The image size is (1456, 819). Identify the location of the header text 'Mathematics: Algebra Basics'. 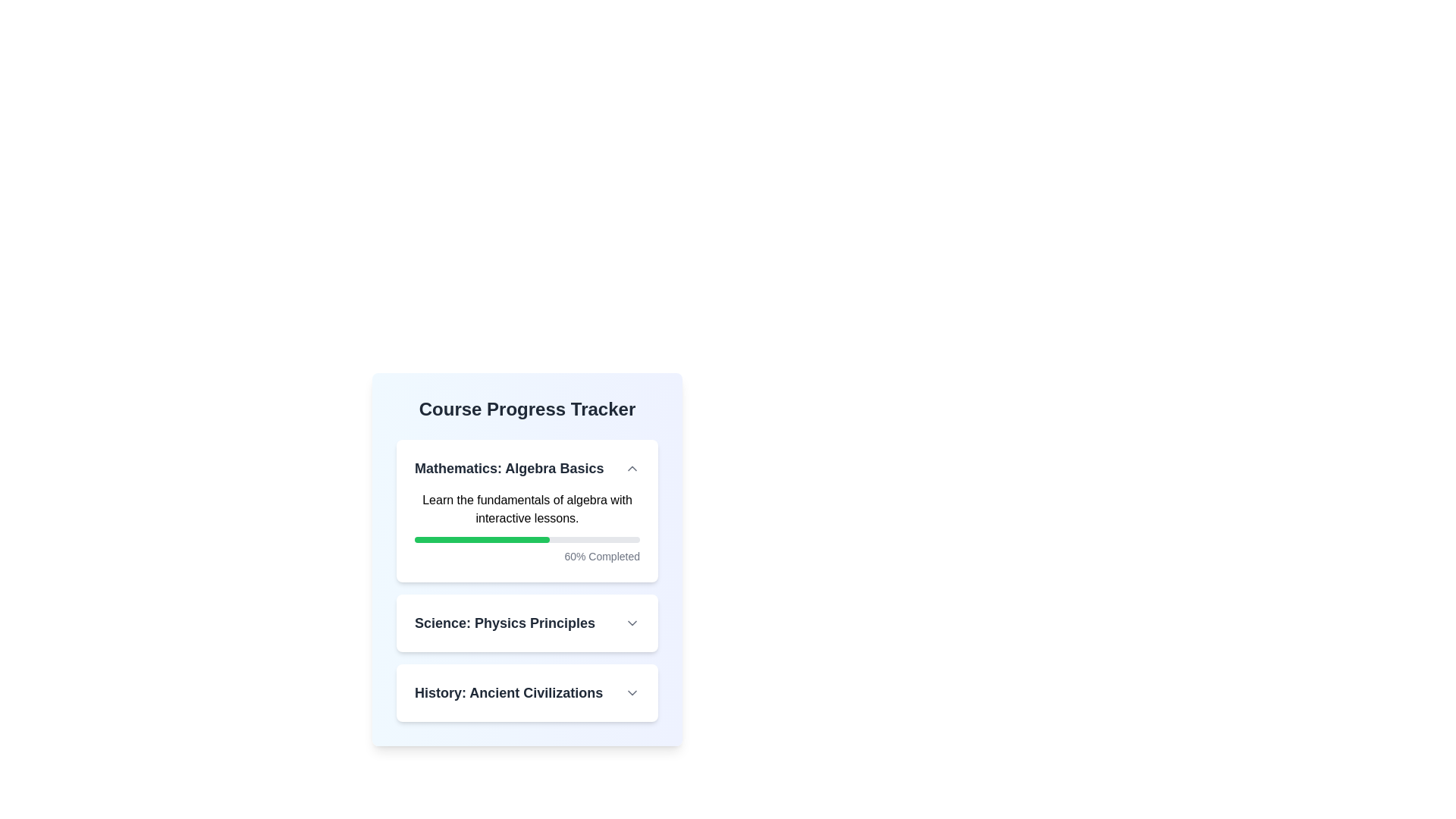
(527, 467).